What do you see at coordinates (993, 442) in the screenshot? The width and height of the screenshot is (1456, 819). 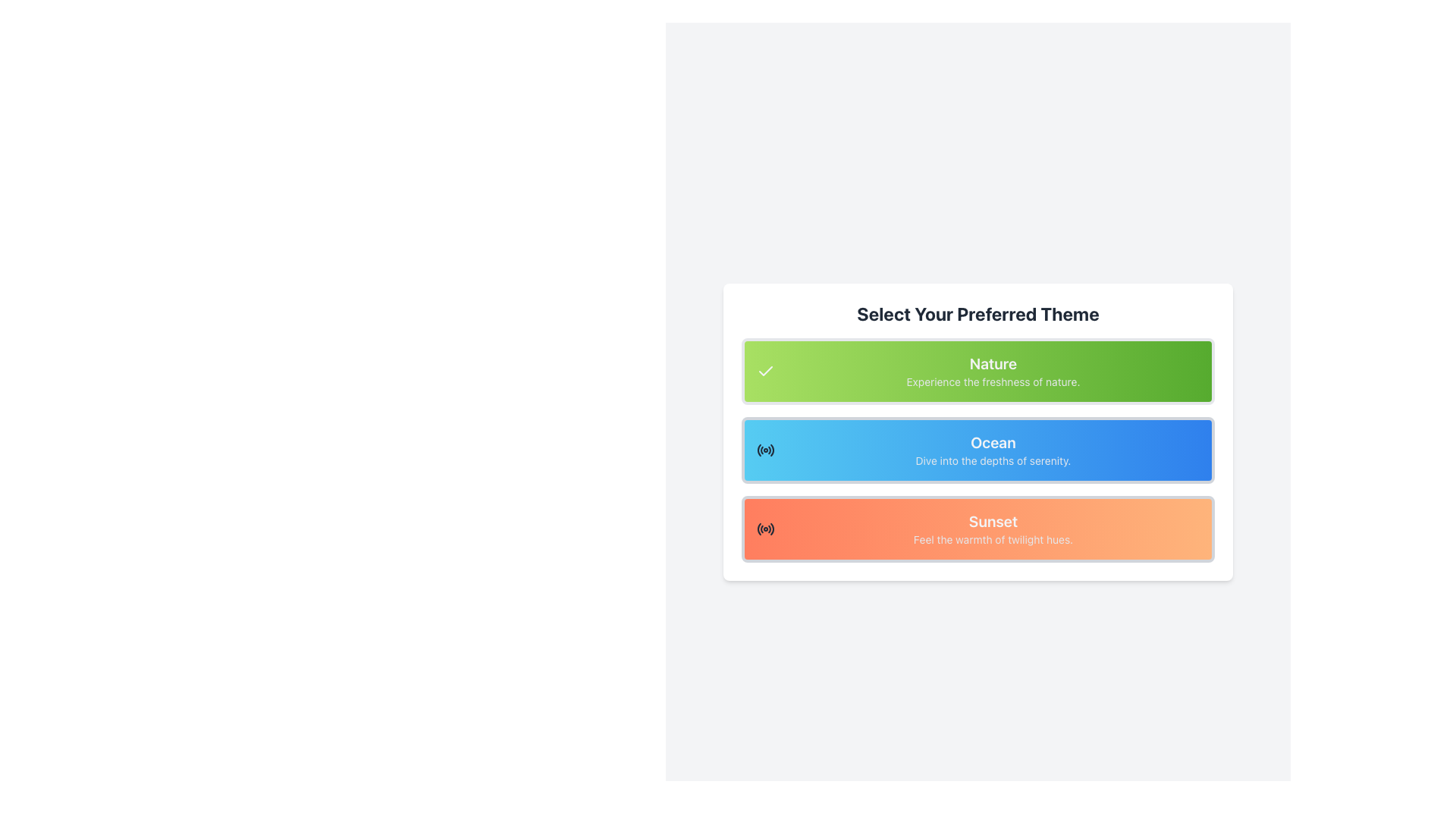 I see `the text label representing the title for the 'Ocean' theme selection option, which is located under the second header 'Select Your Preferred Theme'` at bounding box center [993, 442].